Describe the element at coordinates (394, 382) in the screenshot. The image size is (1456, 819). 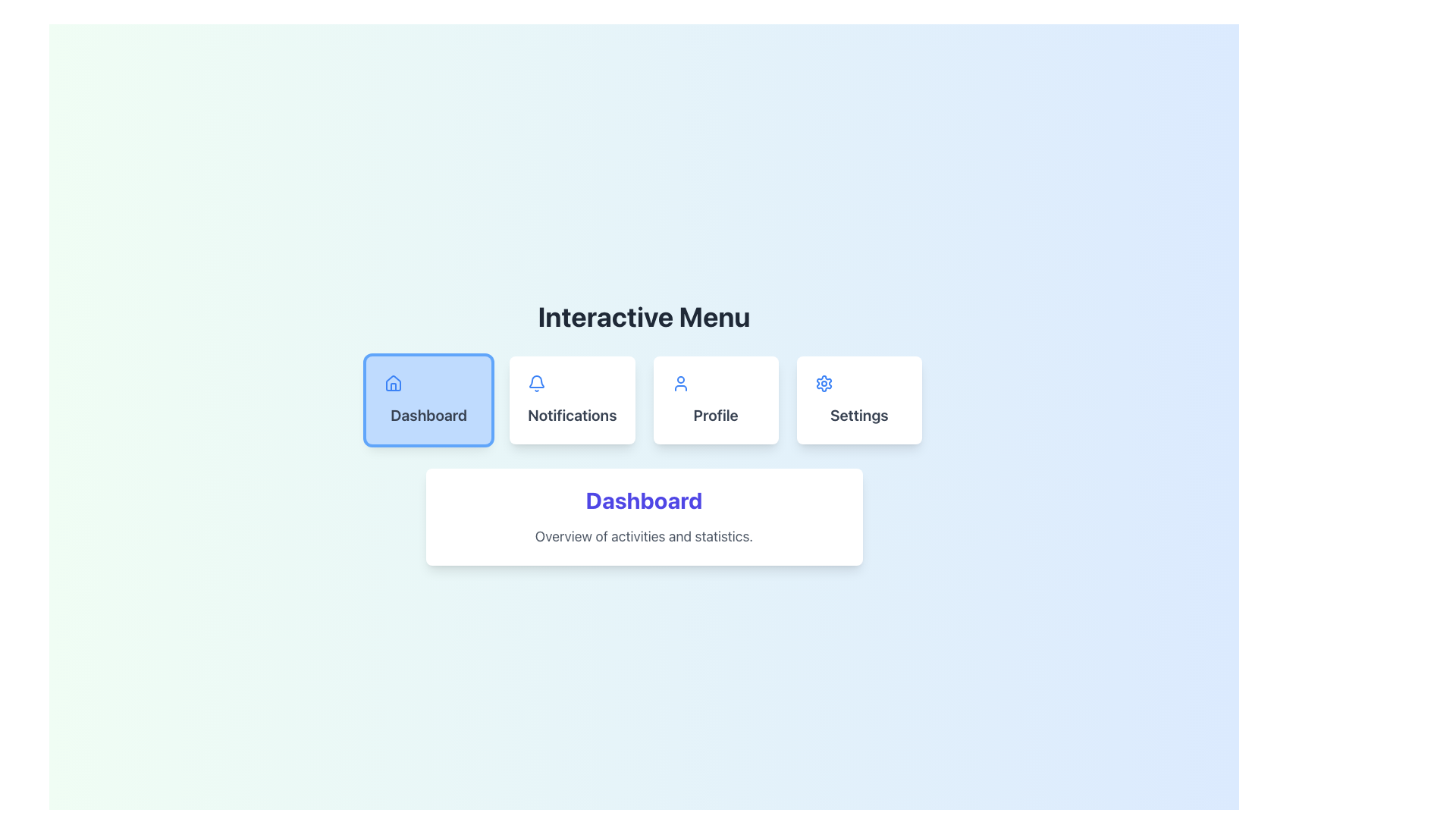
I see `the roof section of the house icon, which is part of a blue-highlighted box above the 'Dashboard' text` at that location.